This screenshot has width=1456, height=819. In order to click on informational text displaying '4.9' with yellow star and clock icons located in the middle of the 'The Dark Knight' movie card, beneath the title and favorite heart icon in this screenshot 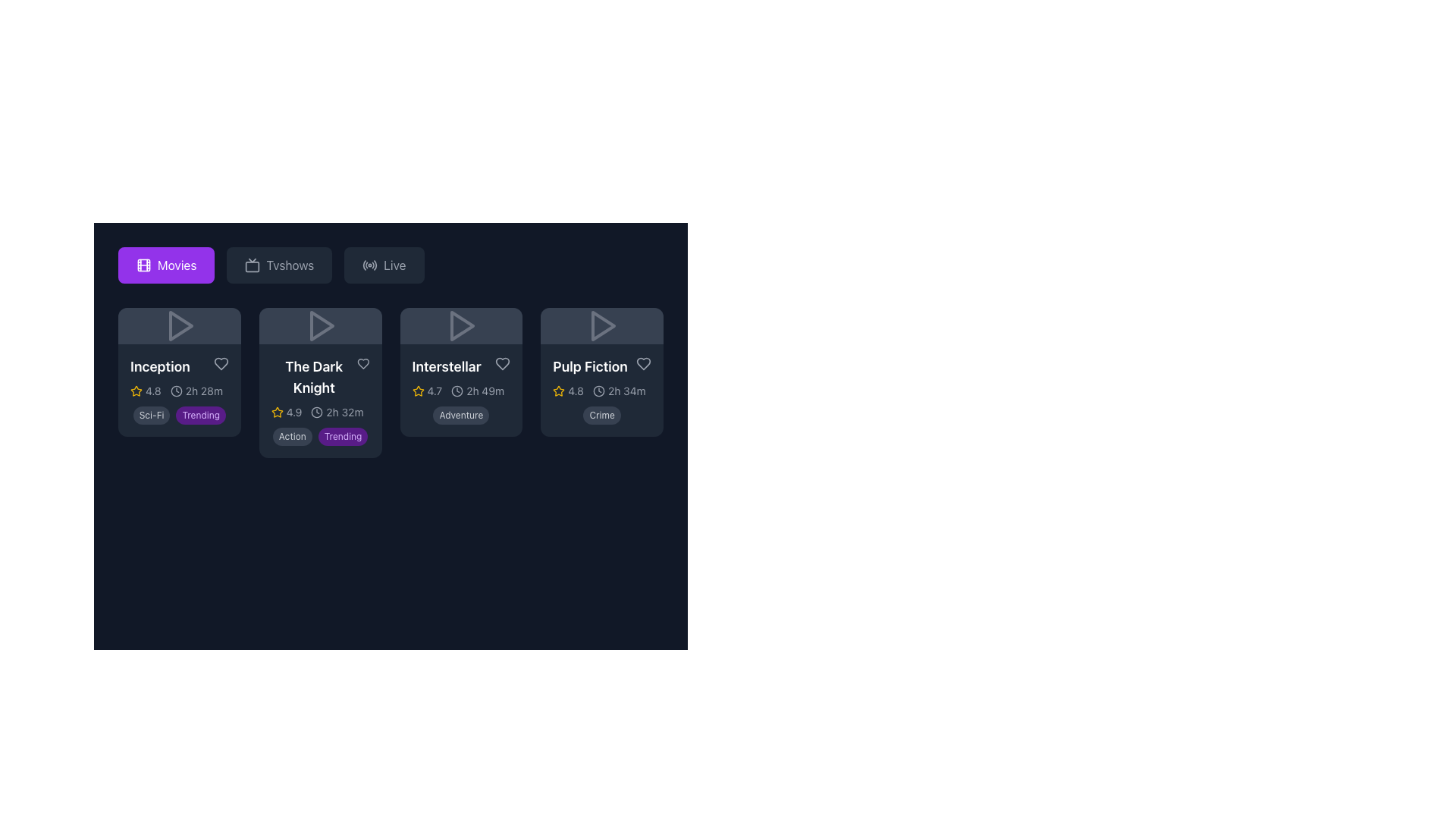, I will do `click(319, 412)`.